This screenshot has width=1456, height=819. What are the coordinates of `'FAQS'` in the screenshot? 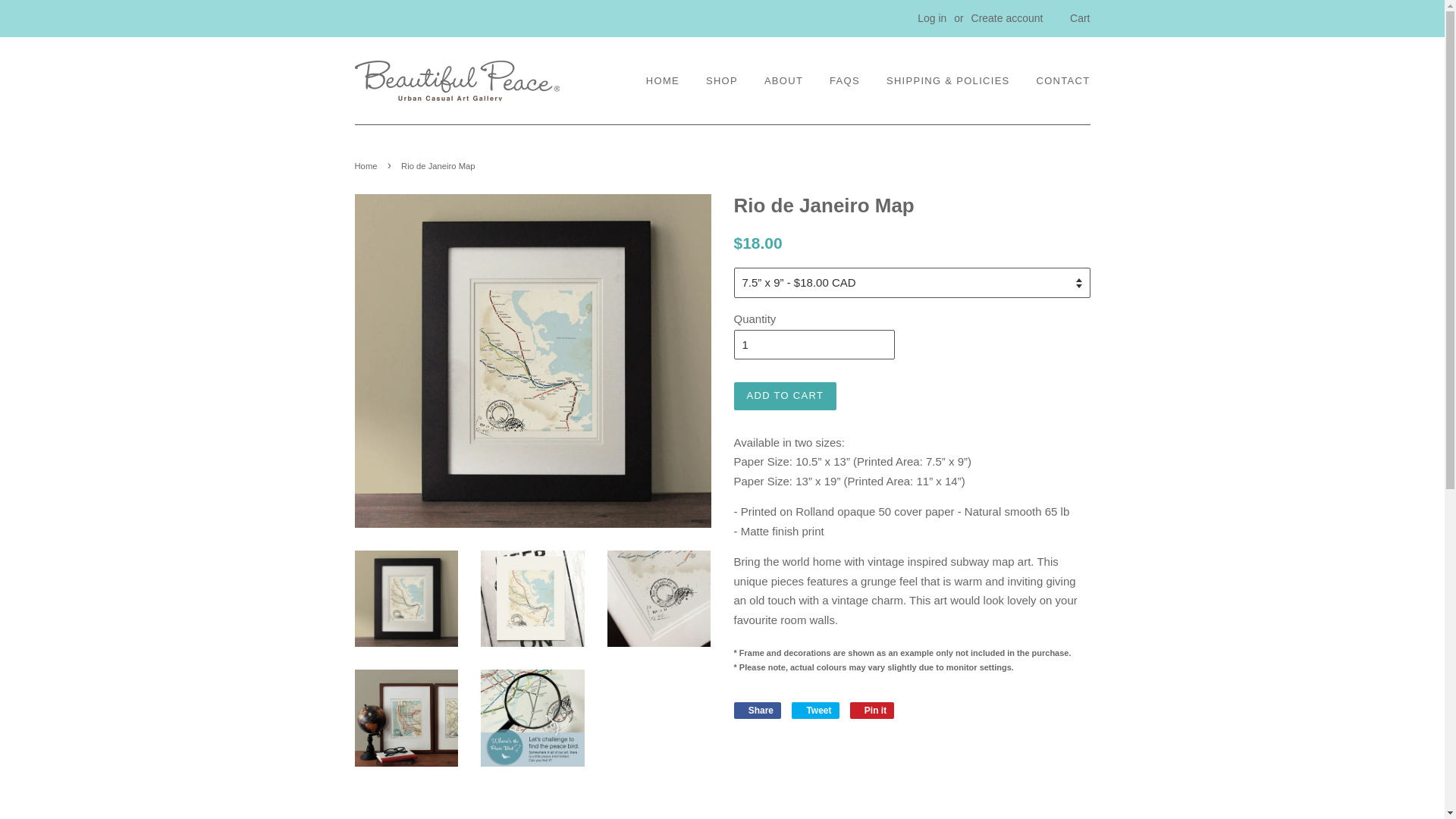 It's located at (843, 81).